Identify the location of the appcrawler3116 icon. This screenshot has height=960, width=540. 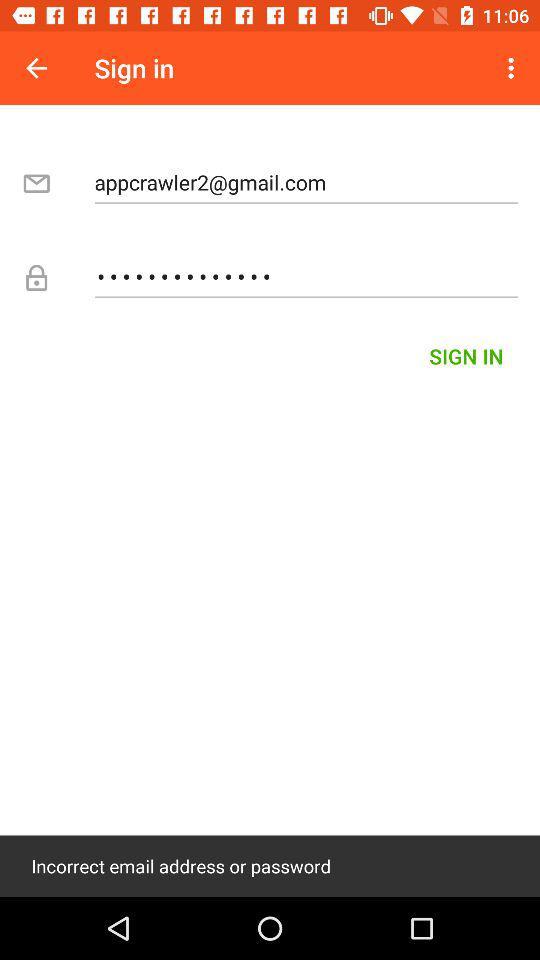
(306, 275).